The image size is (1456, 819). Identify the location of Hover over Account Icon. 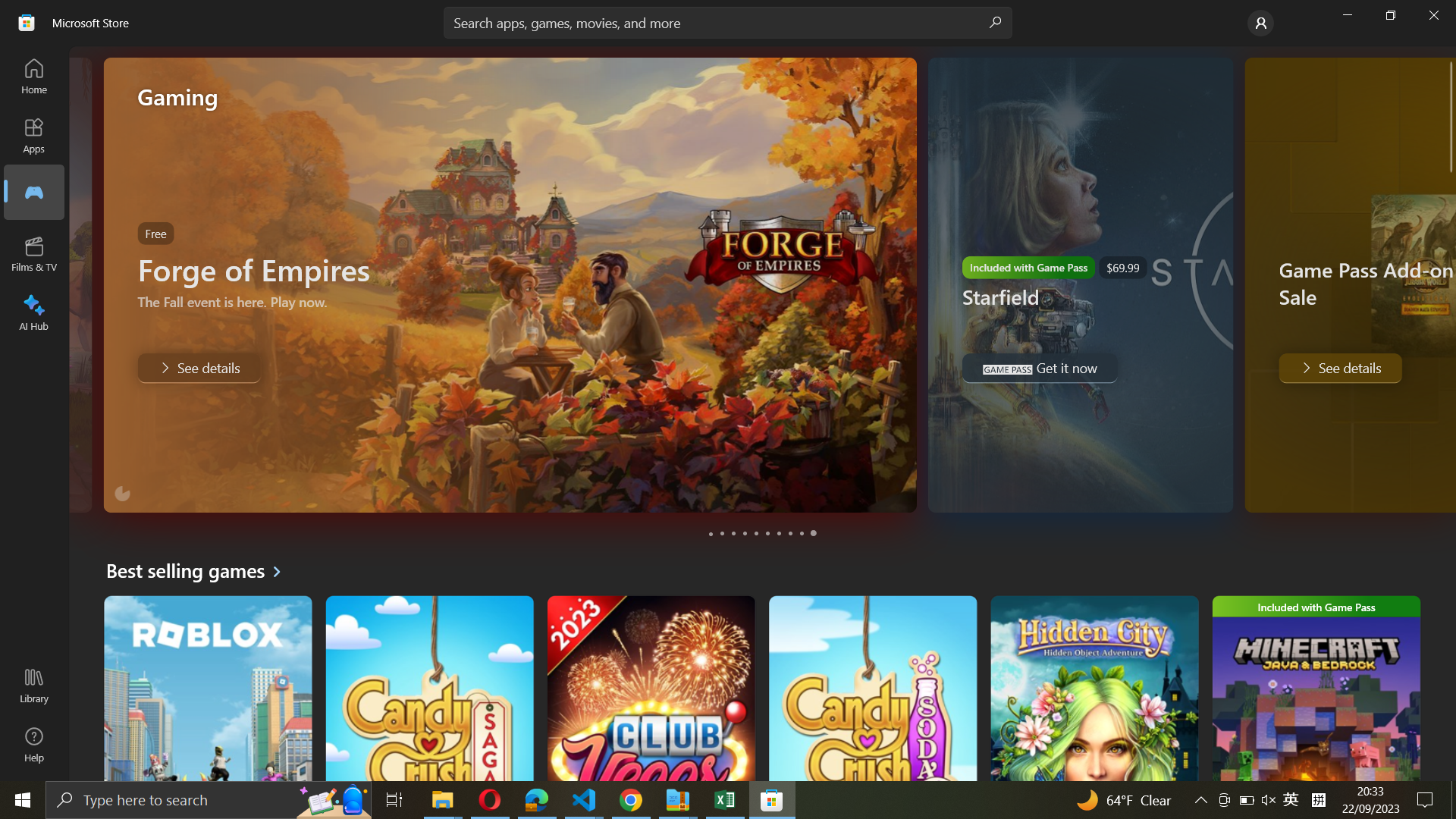
(2418416, 24570).